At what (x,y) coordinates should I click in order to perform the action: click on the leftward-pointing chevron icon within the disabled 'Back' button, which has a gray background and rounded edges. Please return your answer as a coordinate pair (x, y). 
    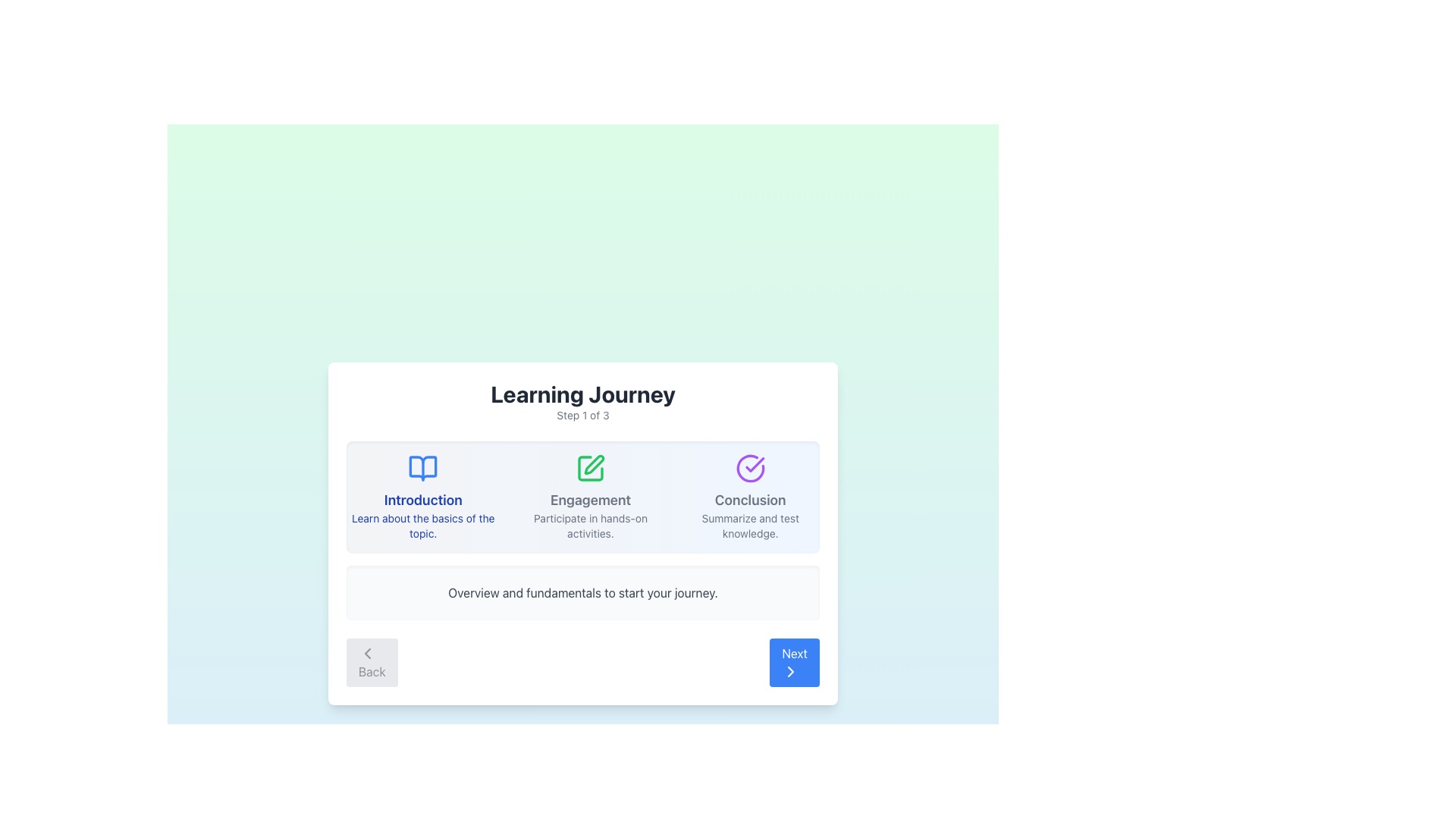
    Looking at the image, I should click on (367, 652).